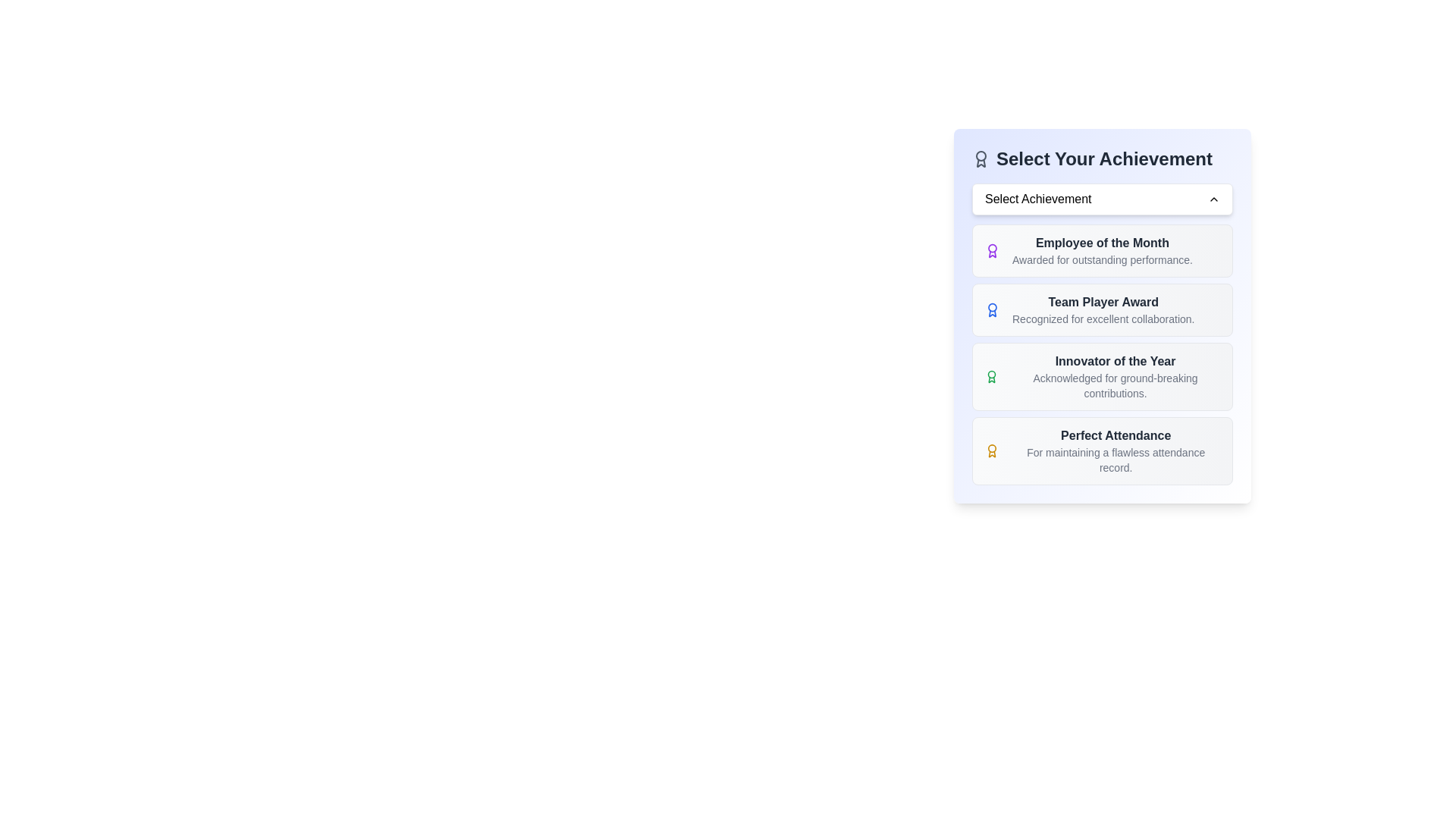 This screenshot has height=819, width=1456. I want to click on the text label indicating the purpose of selecting an achievement, so click(1037, 198).